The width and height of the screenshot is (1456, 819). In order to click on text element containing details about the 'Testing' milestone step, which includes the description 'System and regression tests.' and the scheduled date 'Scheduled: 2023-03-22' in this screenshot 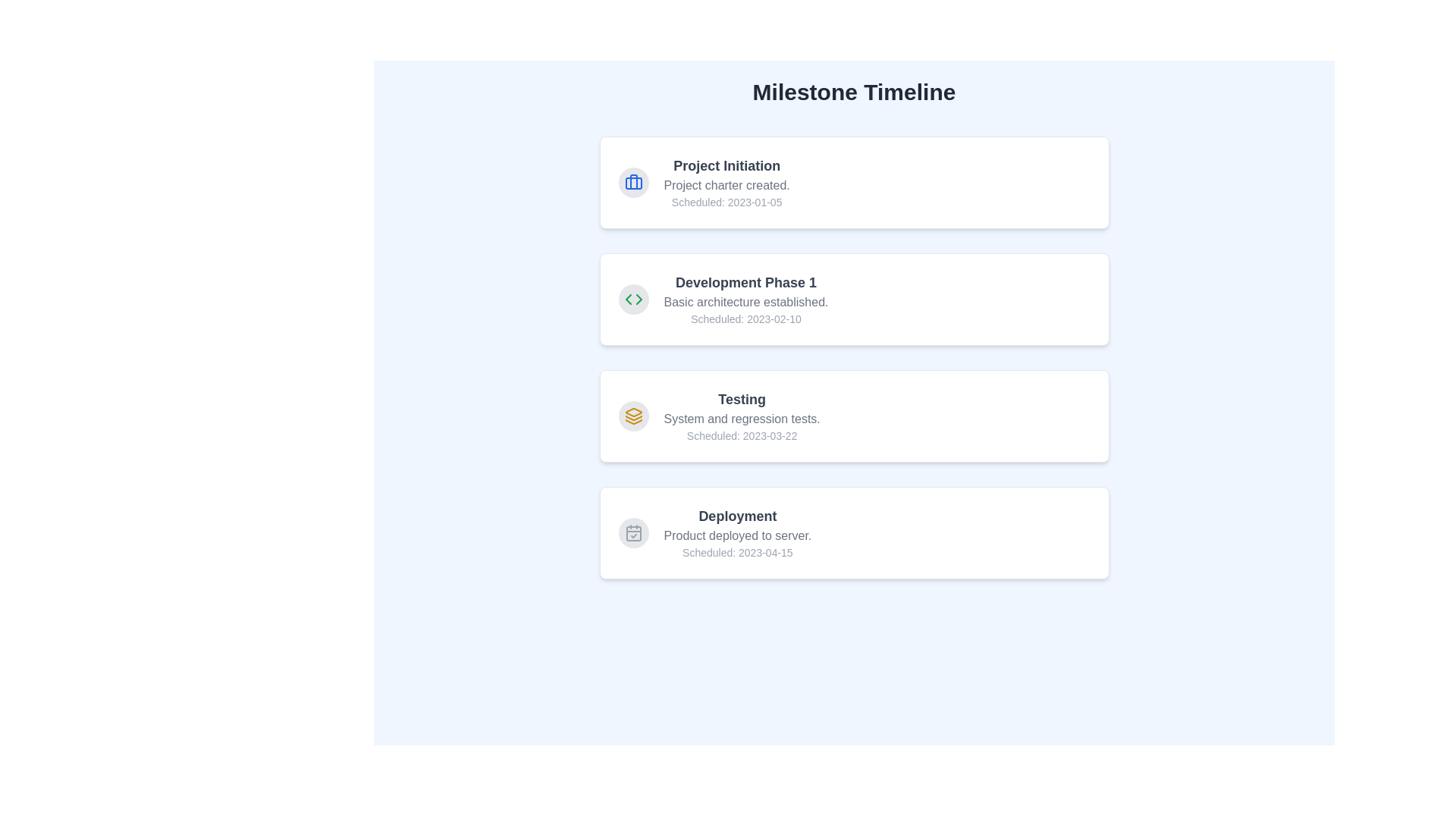, I will do `click(742, 416)`.